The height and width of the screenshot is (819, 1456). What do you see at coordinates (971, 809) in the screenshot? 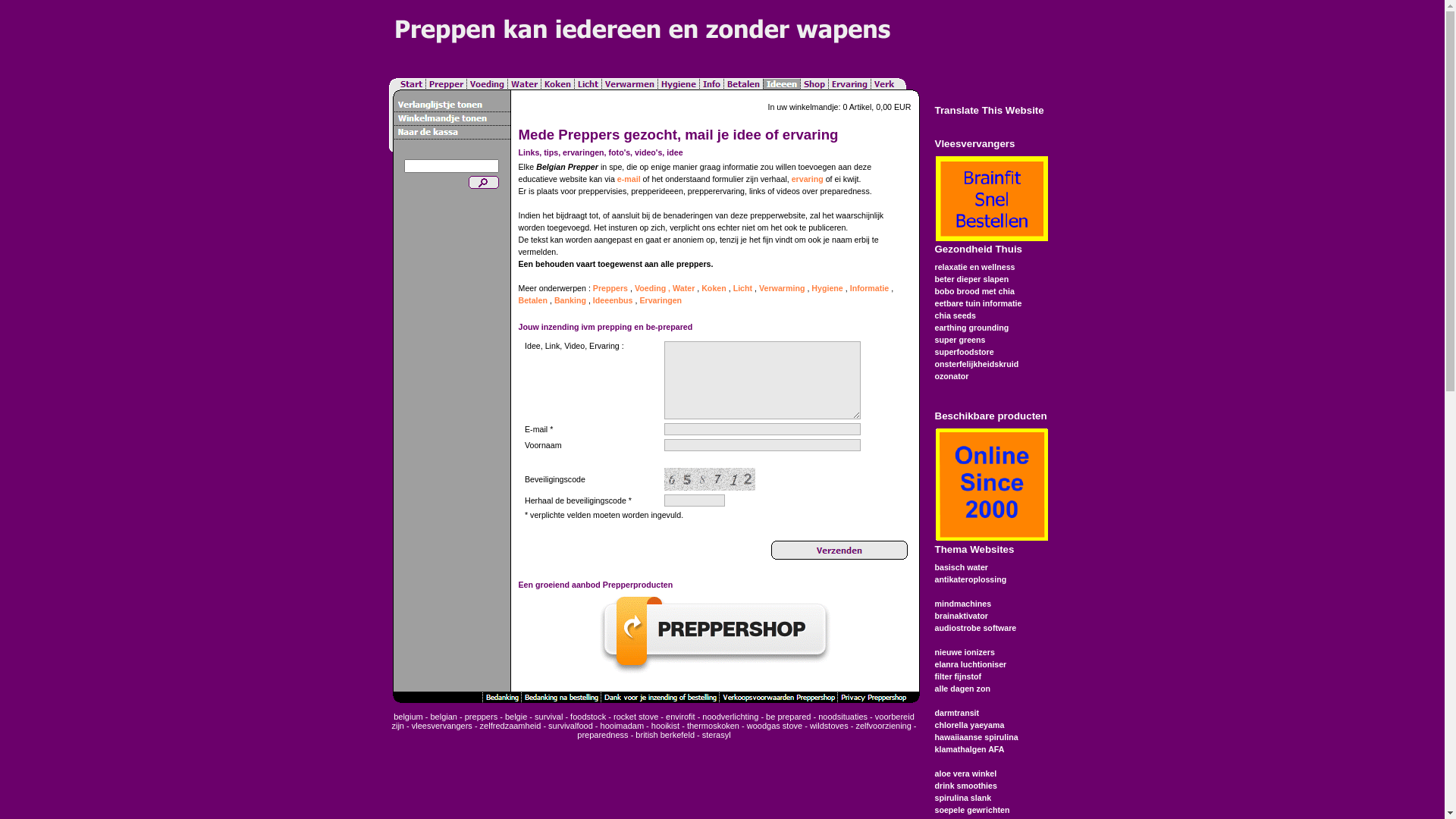
I see `'soepele gewrichten'` at bounding box center [971, 809].